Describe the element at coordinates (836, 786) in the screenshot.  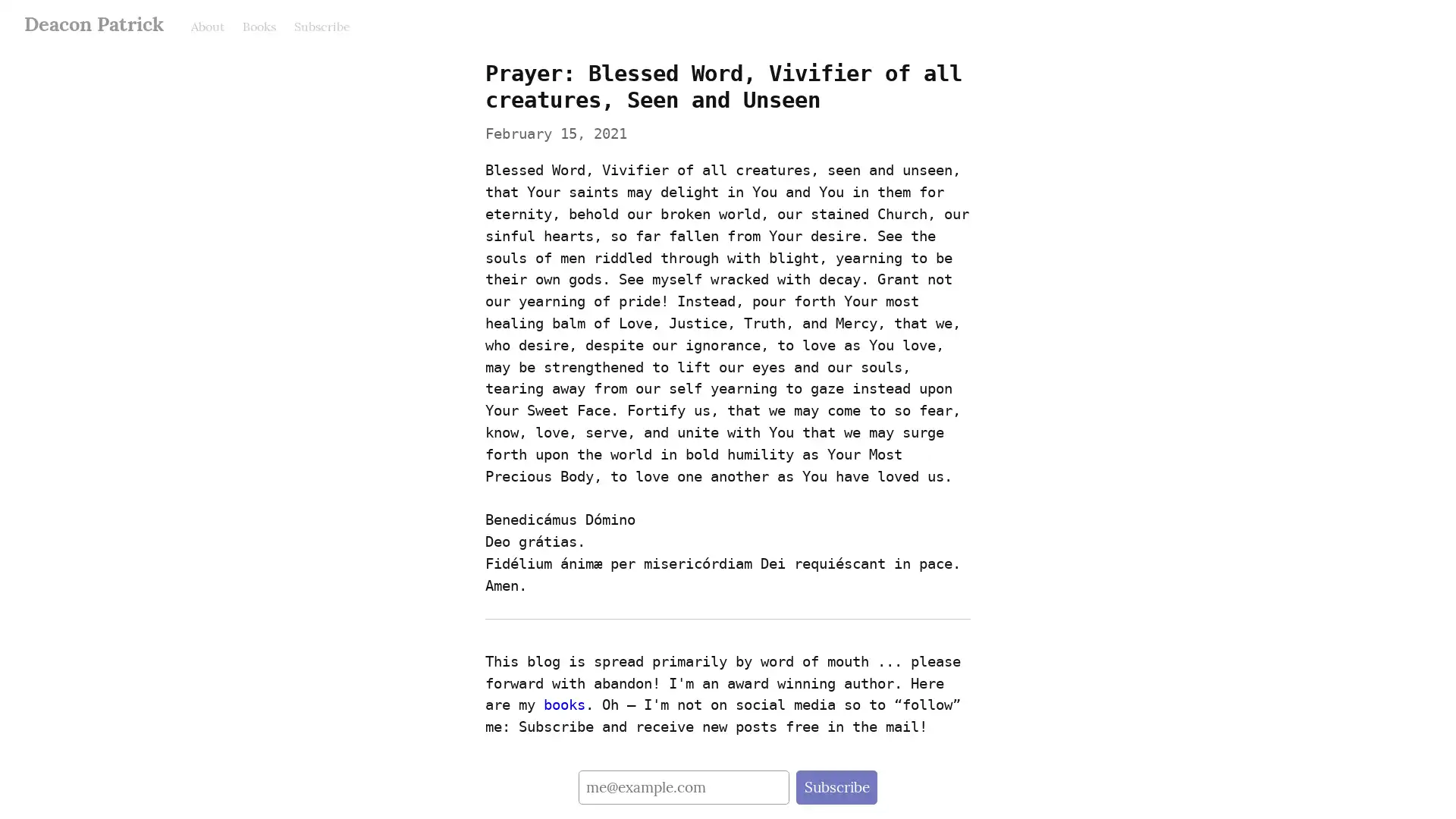
I see `Subscribe` at that location.